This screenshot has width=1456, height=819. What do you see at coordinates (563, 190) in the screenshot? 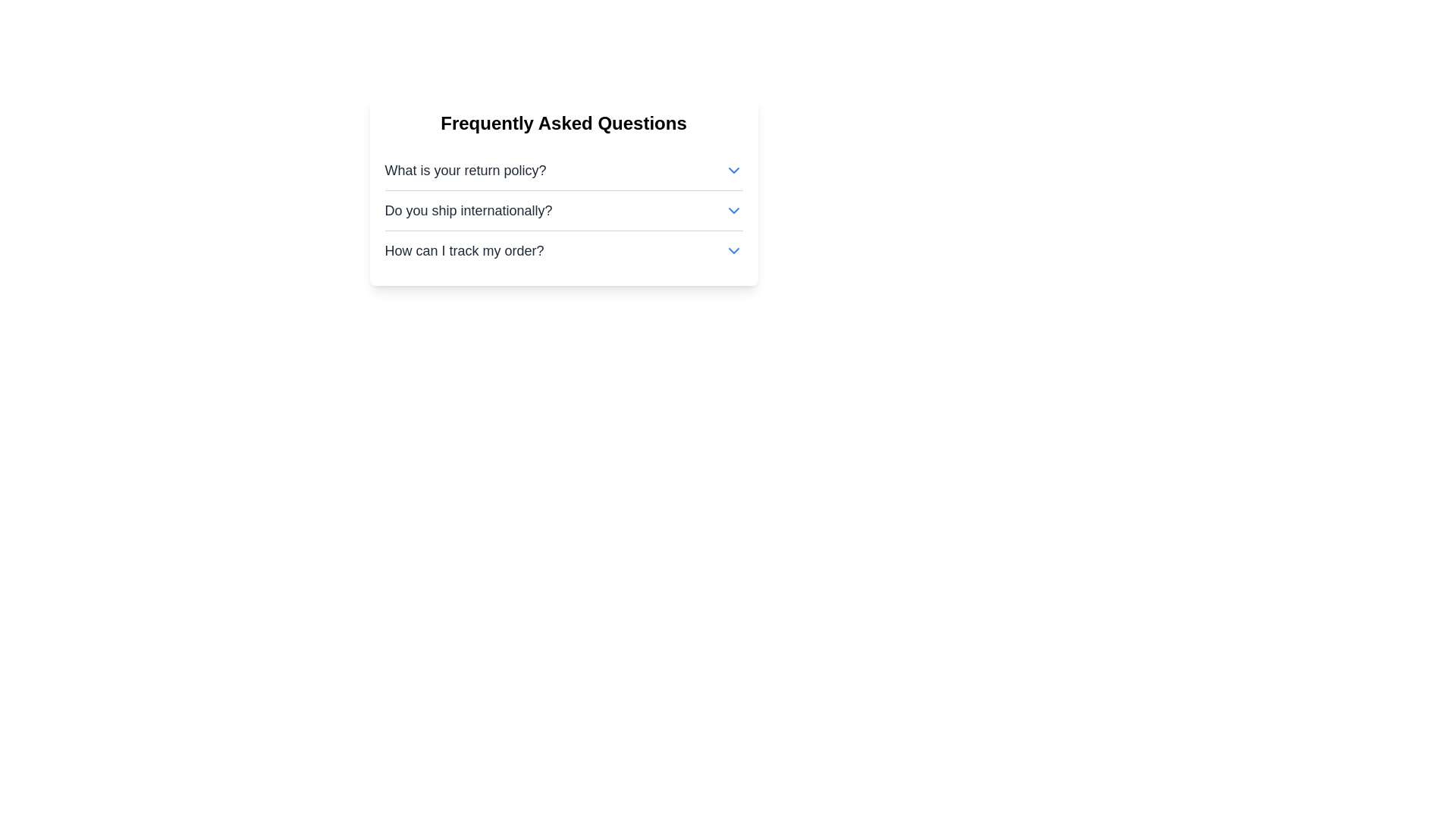
I see `an item in the 'Frequently Asked Questions' section` at bounding box center [563, 190].